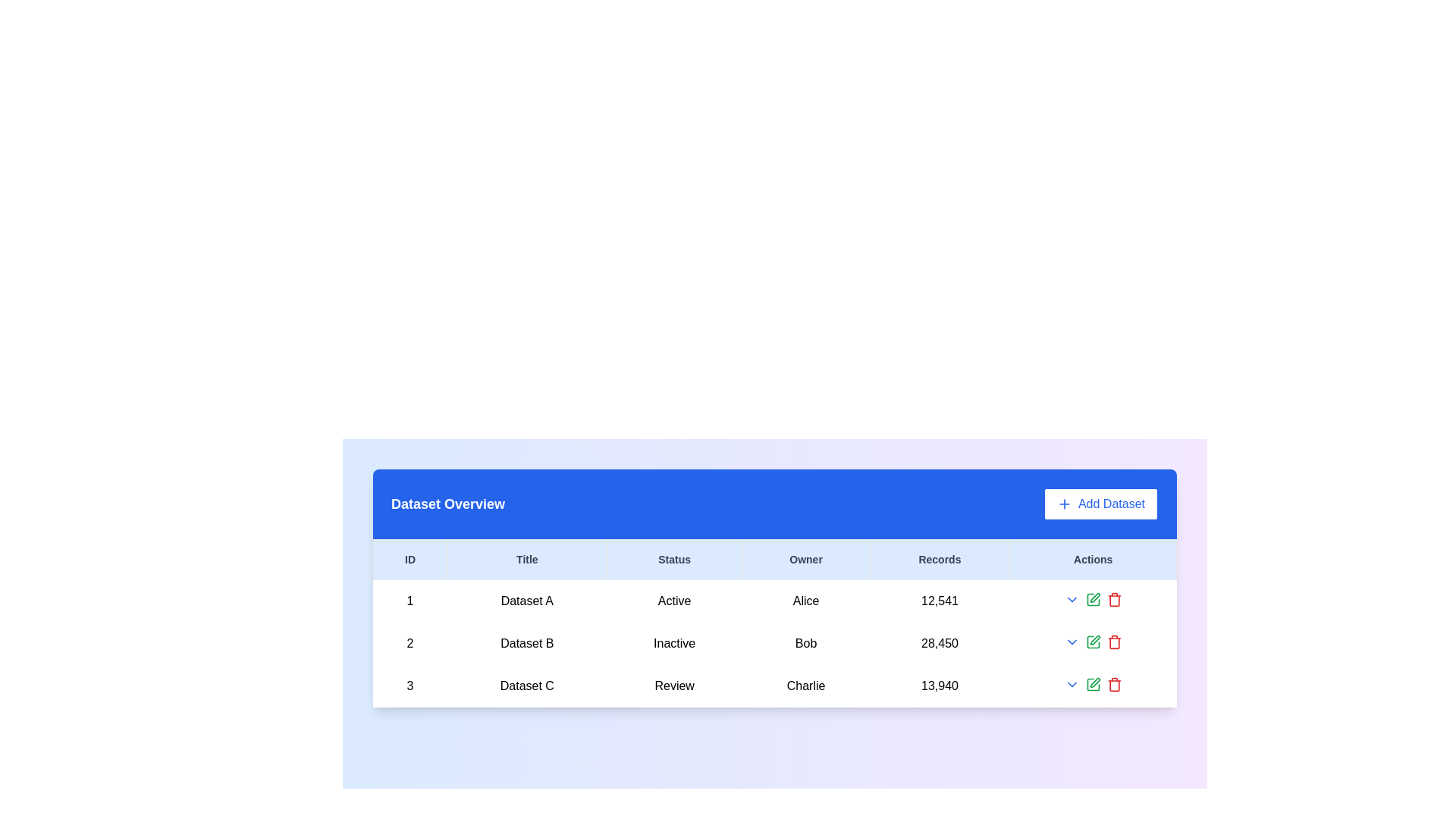 The image size is (1456, 819). What do you see at coordinates (1093, 559) in the screenshot?
I see `the 'Actions' column header in the data table located in the top right section of the horizontal header bar` at bounding box center [1093, 559].